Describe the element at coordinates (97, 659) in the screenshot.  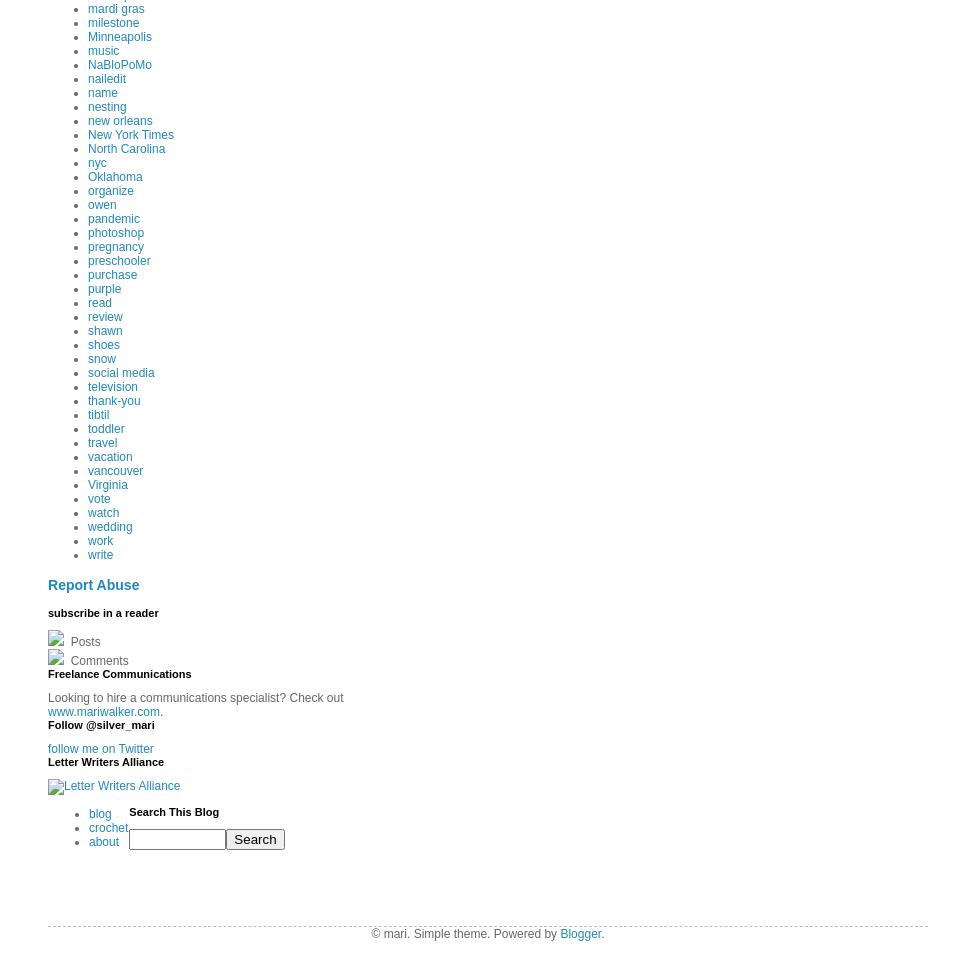
I see `'Comments'` at that location.